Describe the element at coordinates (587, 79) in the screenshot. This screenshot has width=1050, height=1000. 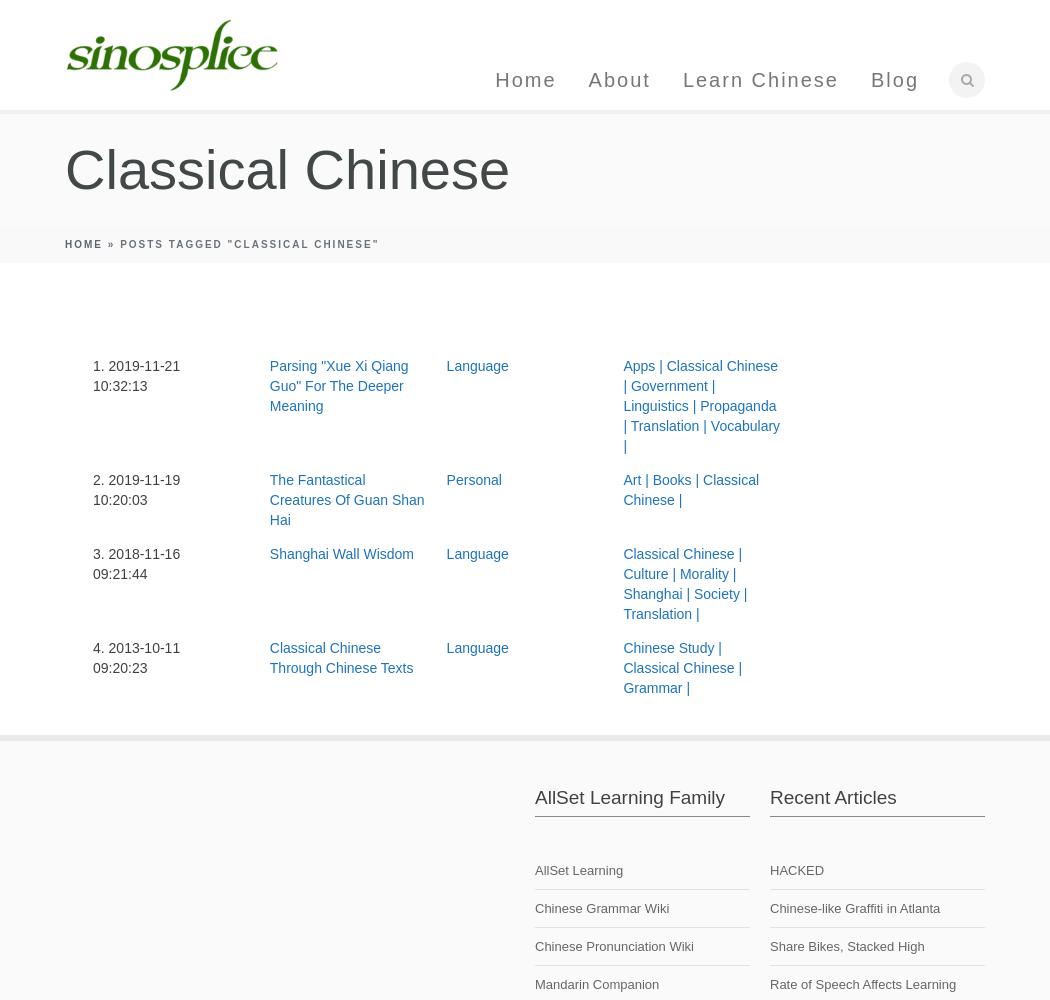
I see `'About'` at that location.